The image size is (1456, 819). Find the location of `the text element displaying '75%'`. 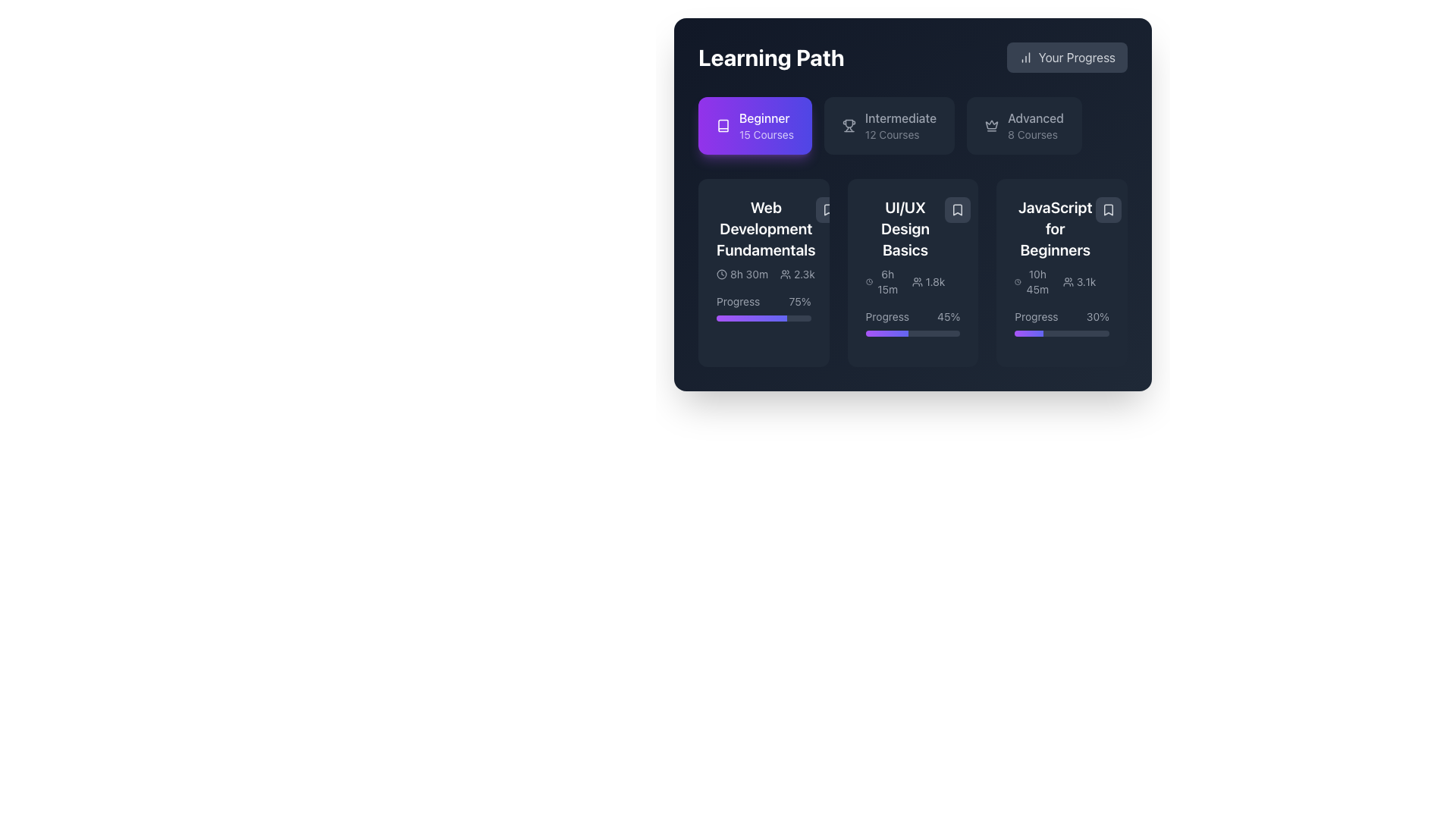

the text element displaying '75%' is located at coordinates (799, 301).